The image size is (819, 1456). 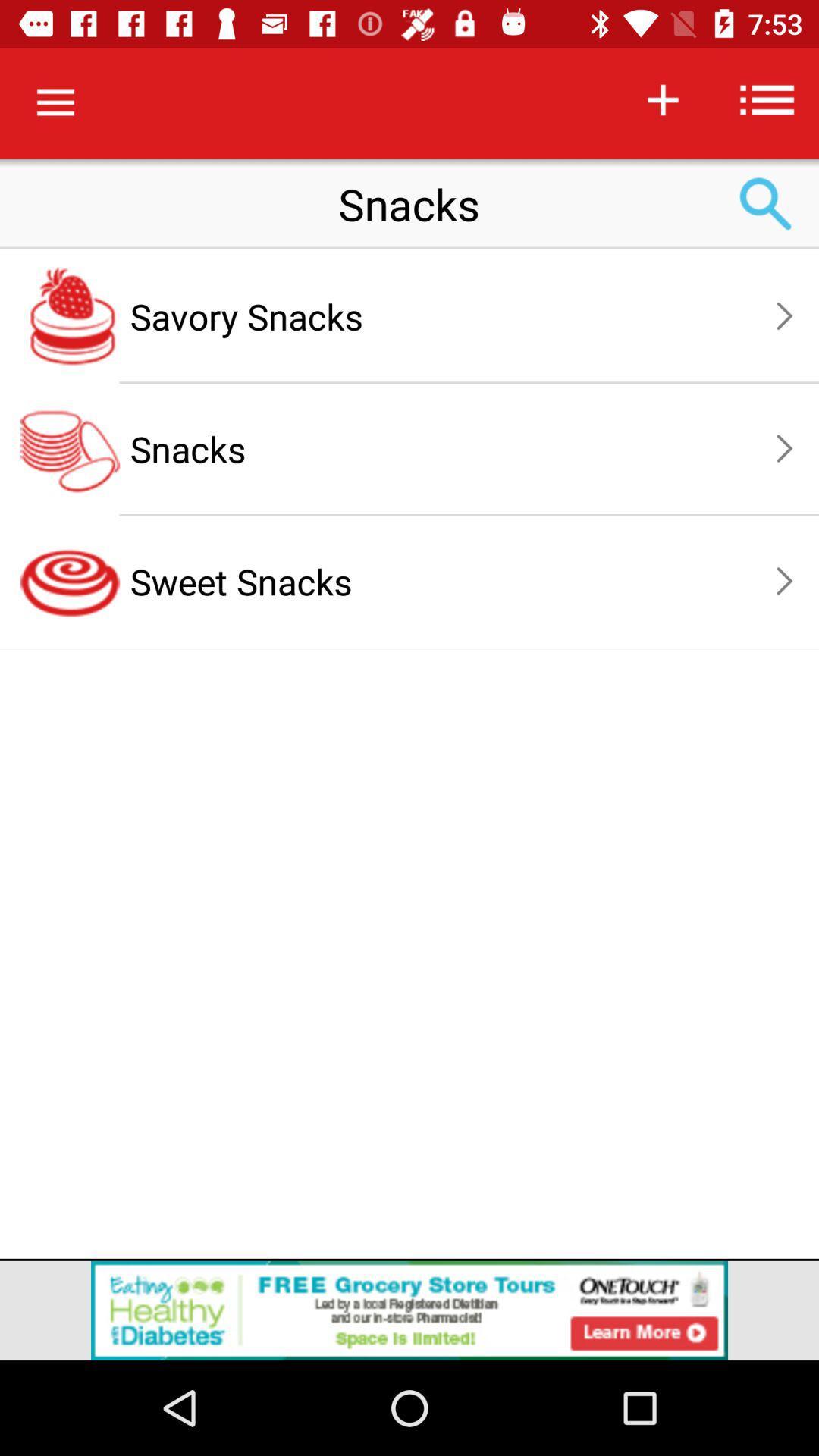 What do you see at coordinates (409, 1310) in the screenshot?
I see `the add` at bounding box center [409, 1310].